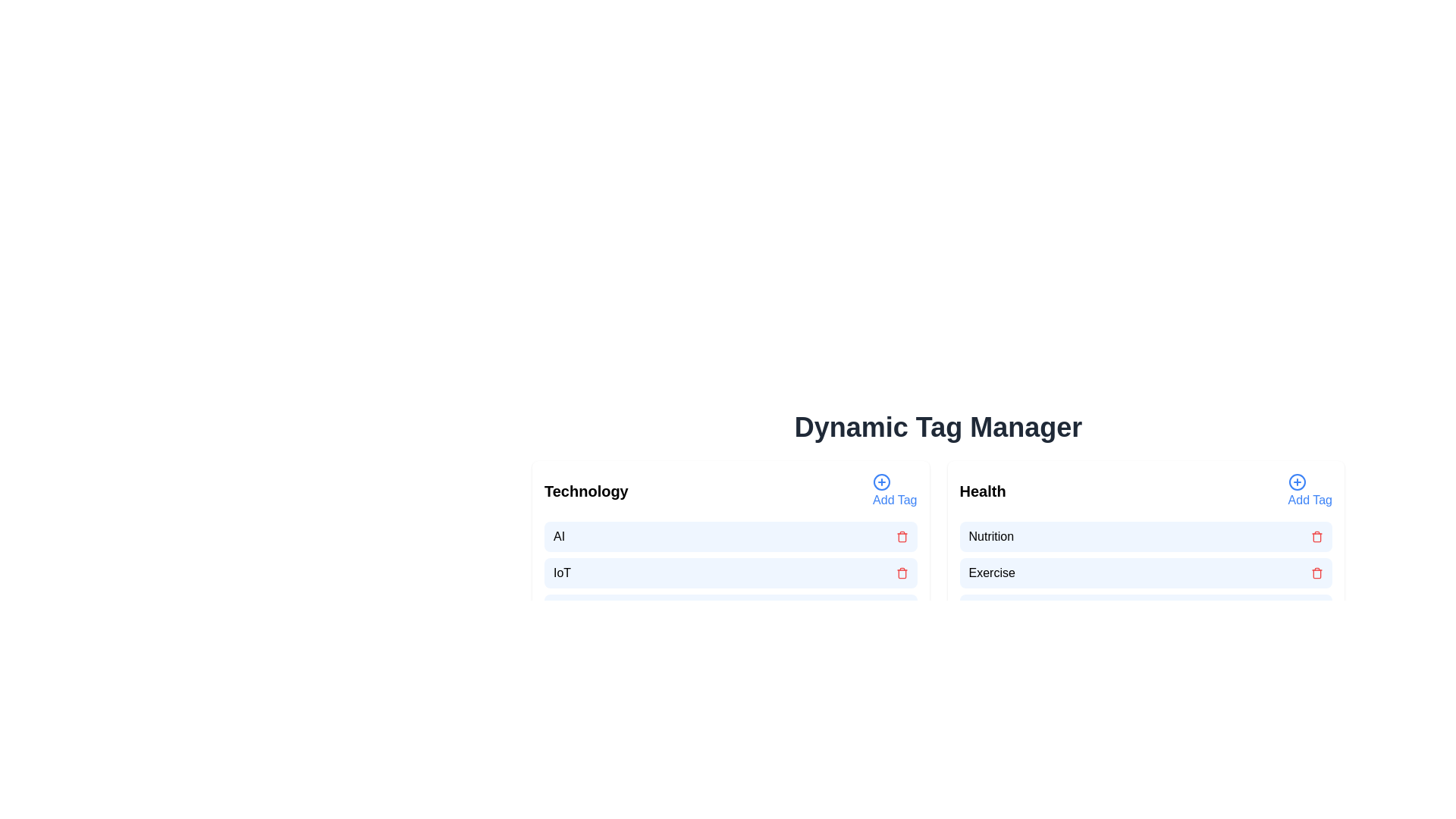  What do you see at coordinates (882, 482) in the screenshot?
I see `the circular '+' icon button located in the 'Add Tag' group at the top-right of the 'Technology' section` at bounding box center [882, 482].